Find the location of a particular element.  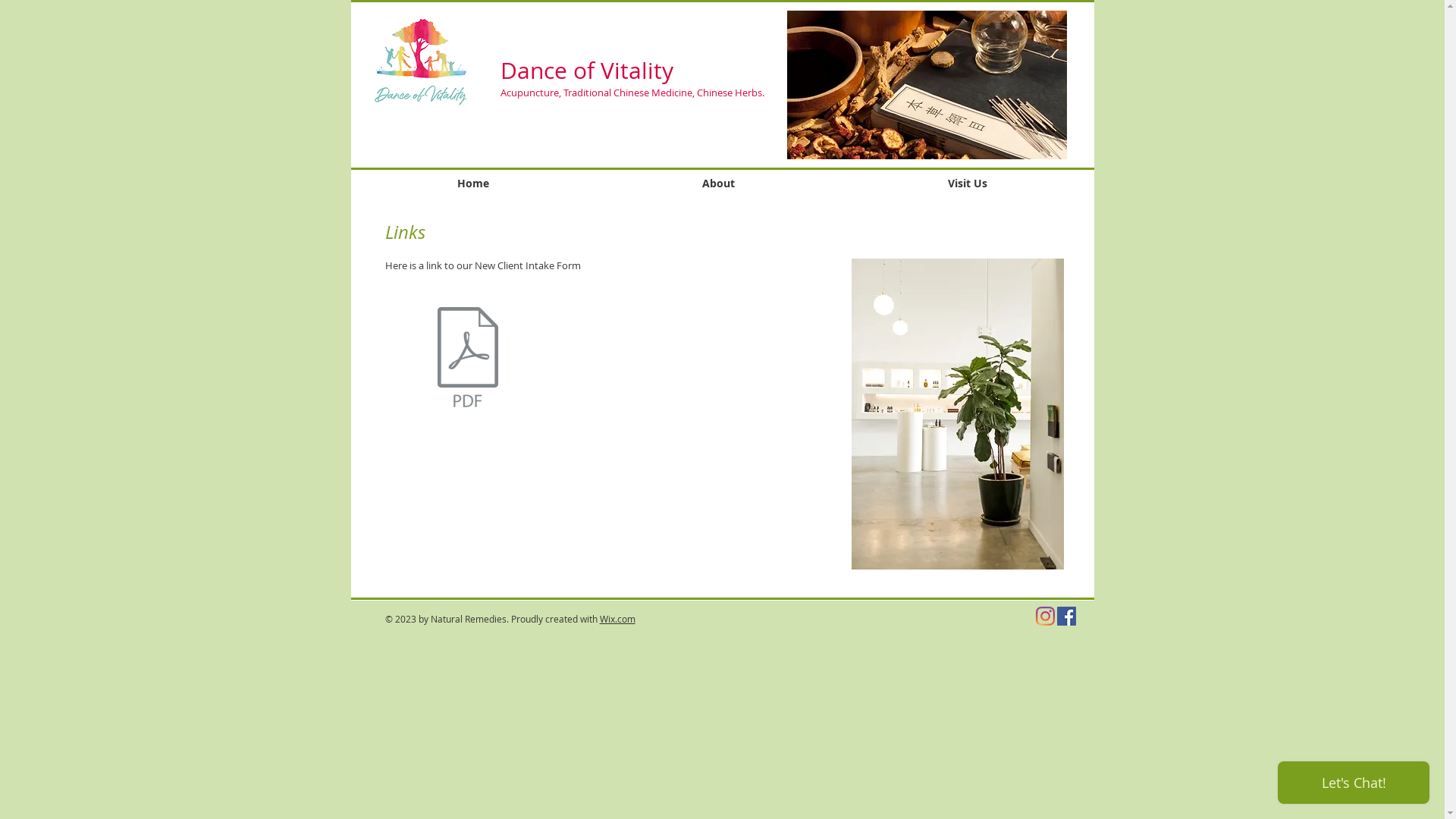

'Acupuncture, Traditional Chinese Medicine, Chinese Herbs.' is located at coordinates (500, 93).